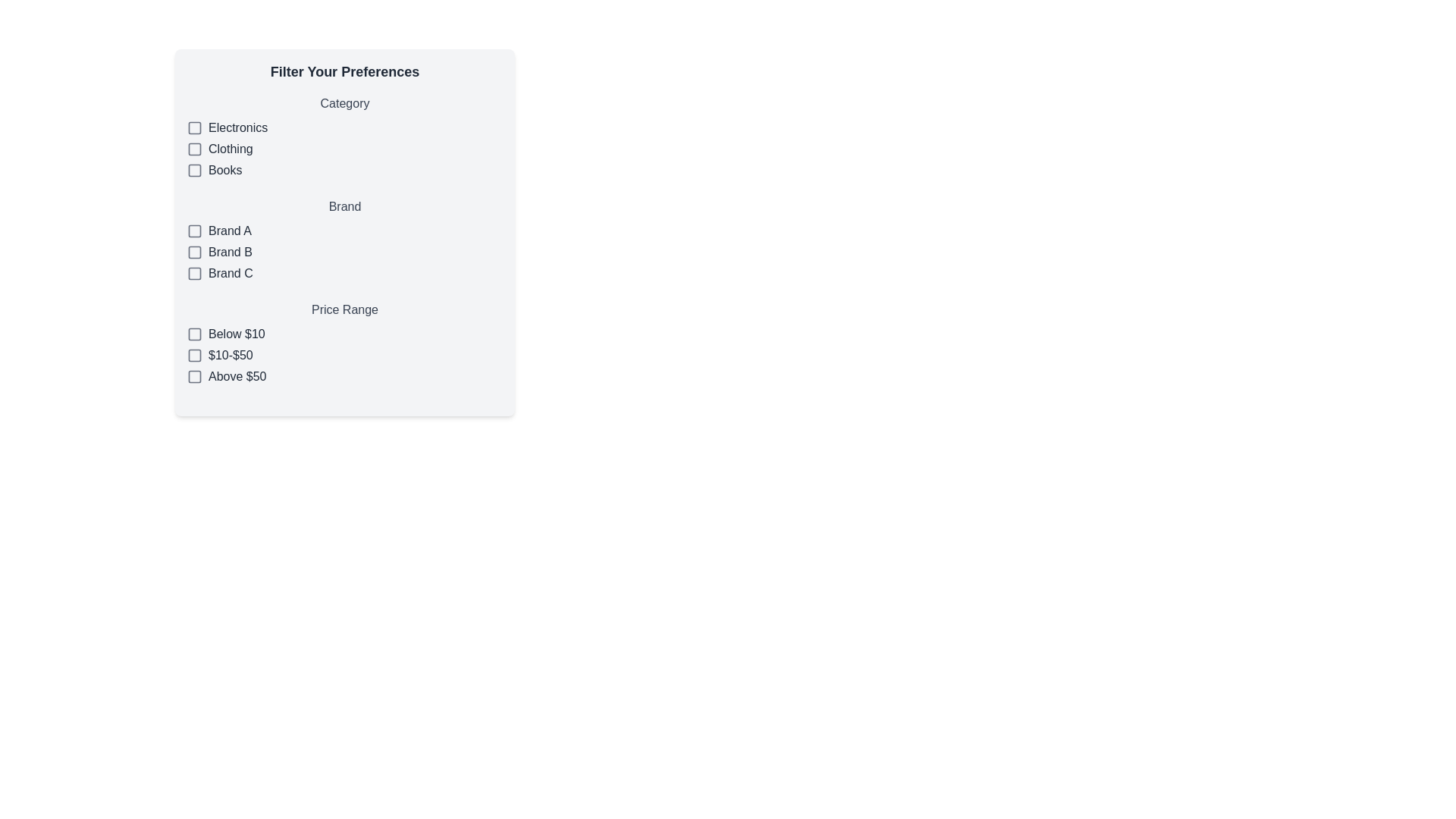 This screenshot has width=1456, height=819. What do you see at coordinates (344, 343) in the screenshot?
I see `the checkbox in the 'Price Range' section labeled '$10-$50' which is located under the 'Brand' section in the filtering panel` at bounding box center [344, 343].